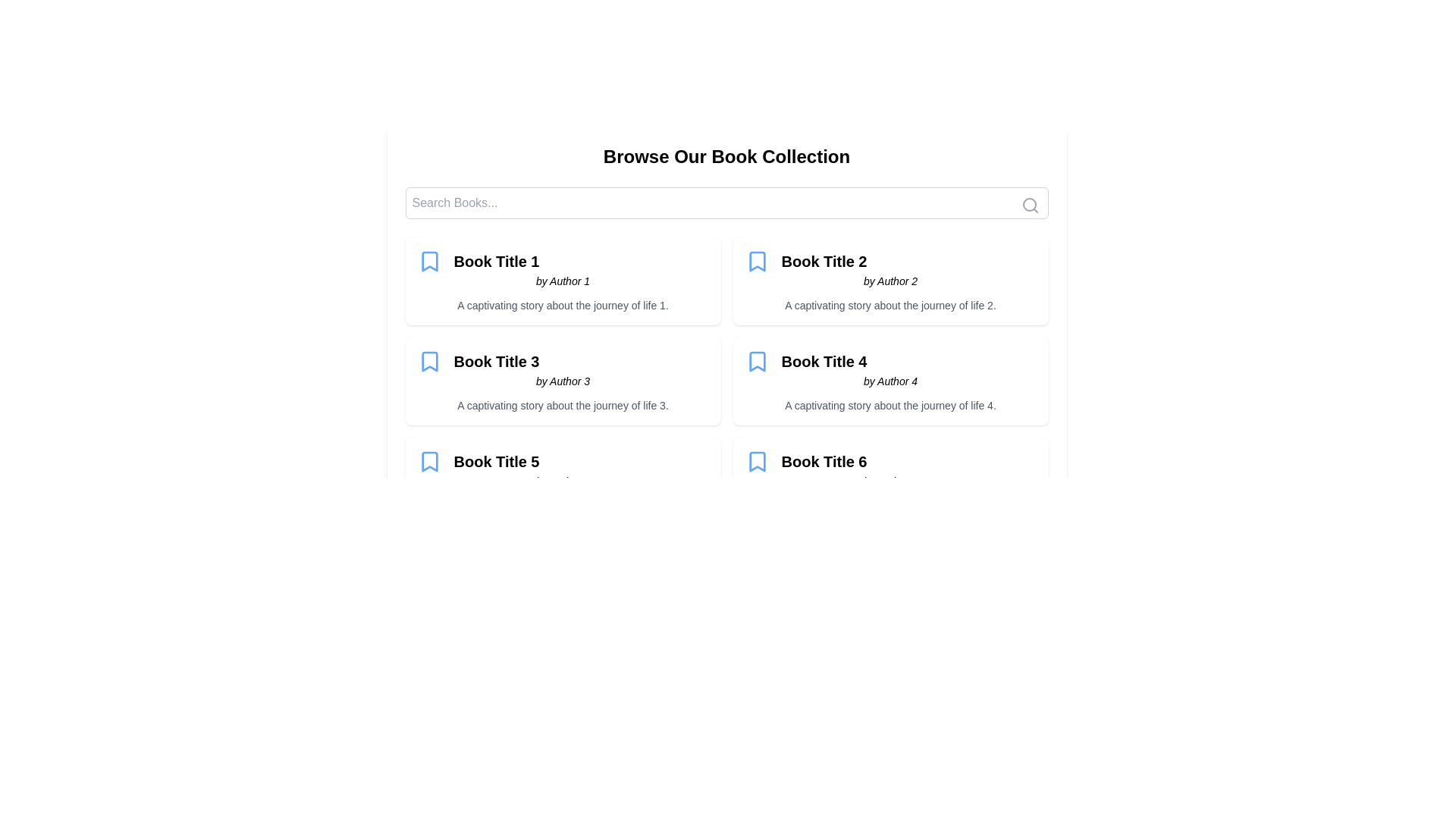  Describe the element at coordinates (562, 380) in the screenshot. I see `the book card representing a book in the collection` at that location.